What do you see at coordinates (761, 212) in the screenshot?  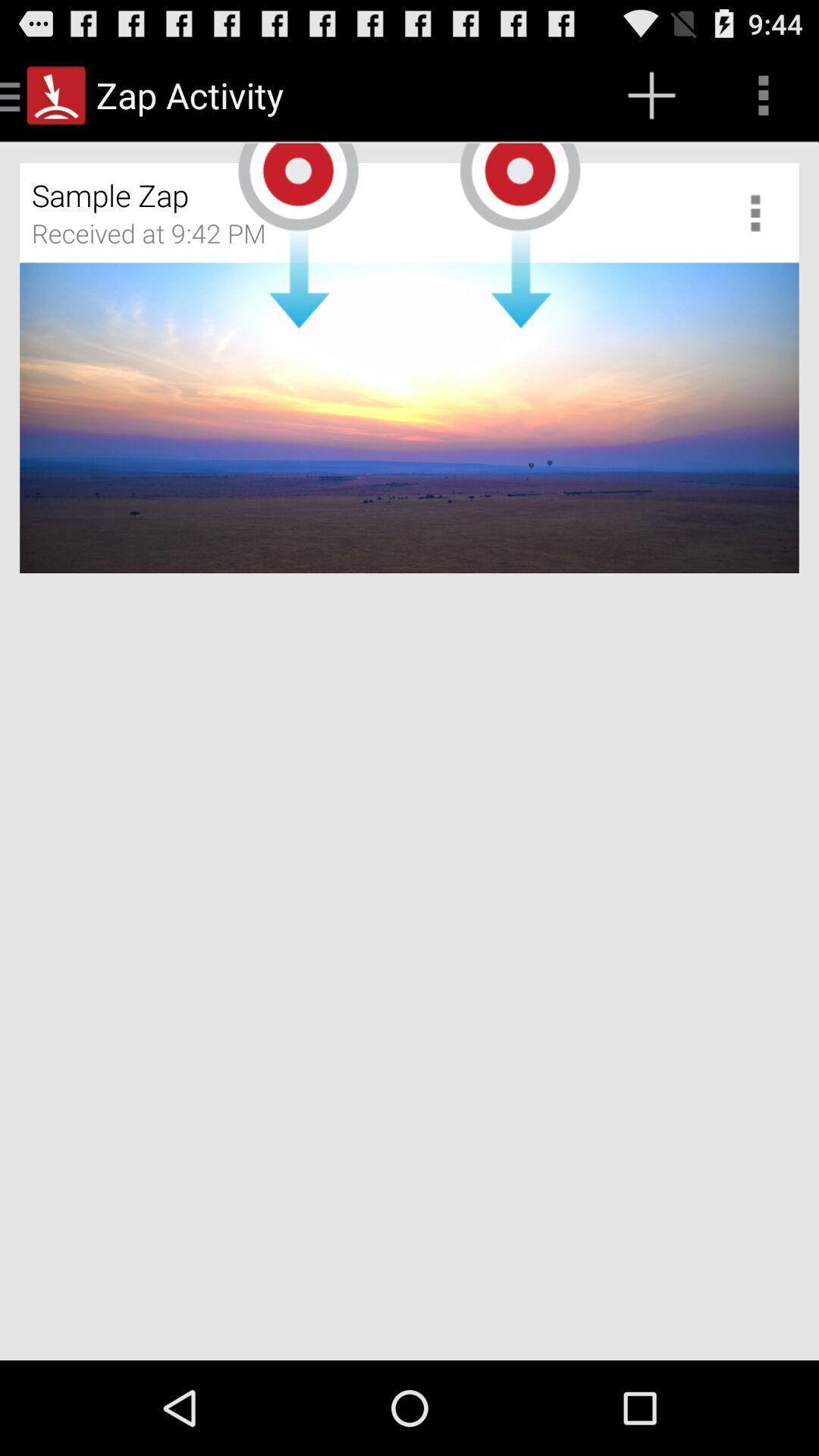 I see `show more` at bounding box center [761, 212].